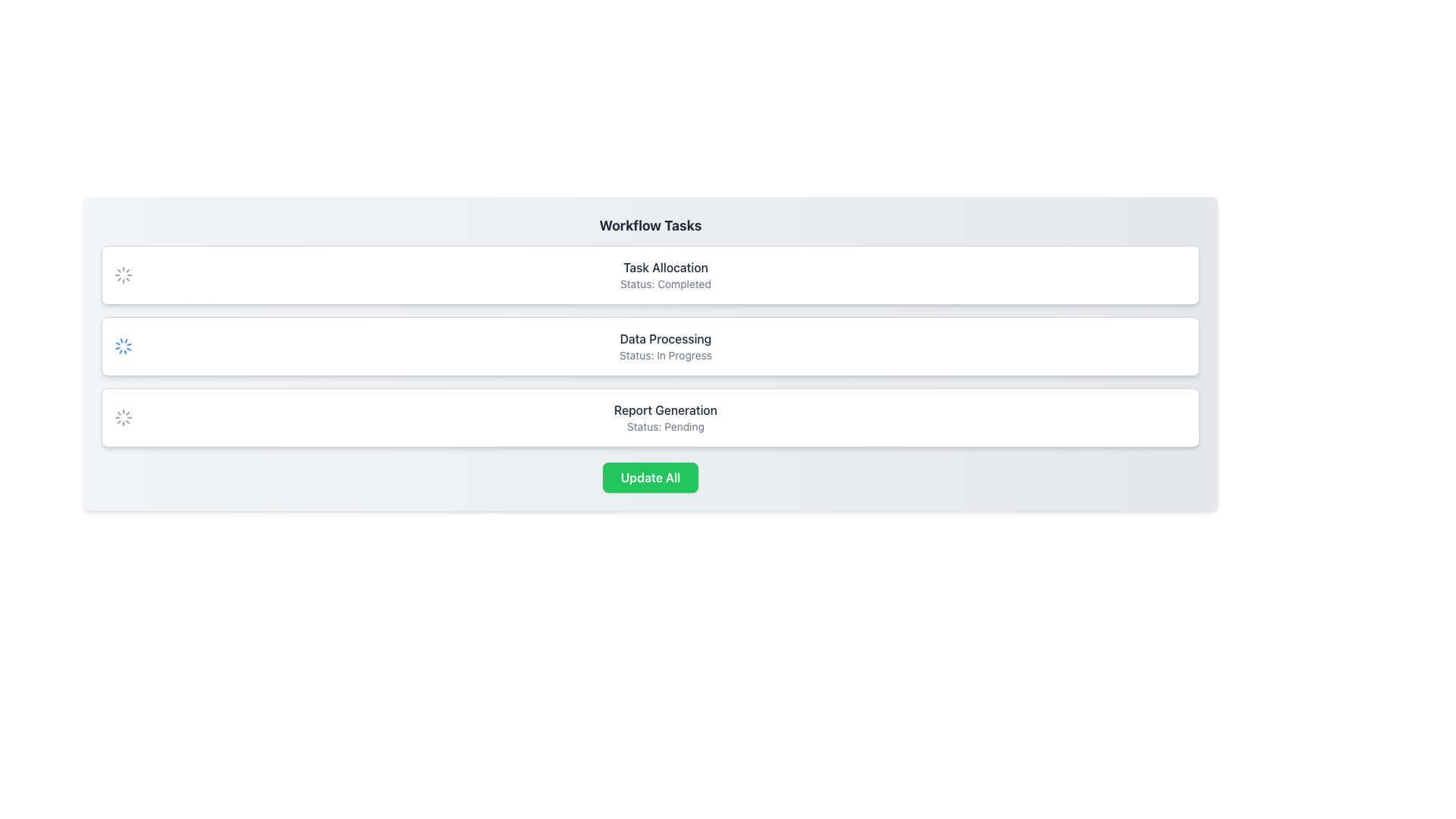 This screenshot has width=1456, height=819. Describe the element at coordinates (666, 356) in the screenshot. I see `text label that displays 'Status: In Progress', which is styled in a smaller font size and light gray color, located directly below the main heading` at that location.